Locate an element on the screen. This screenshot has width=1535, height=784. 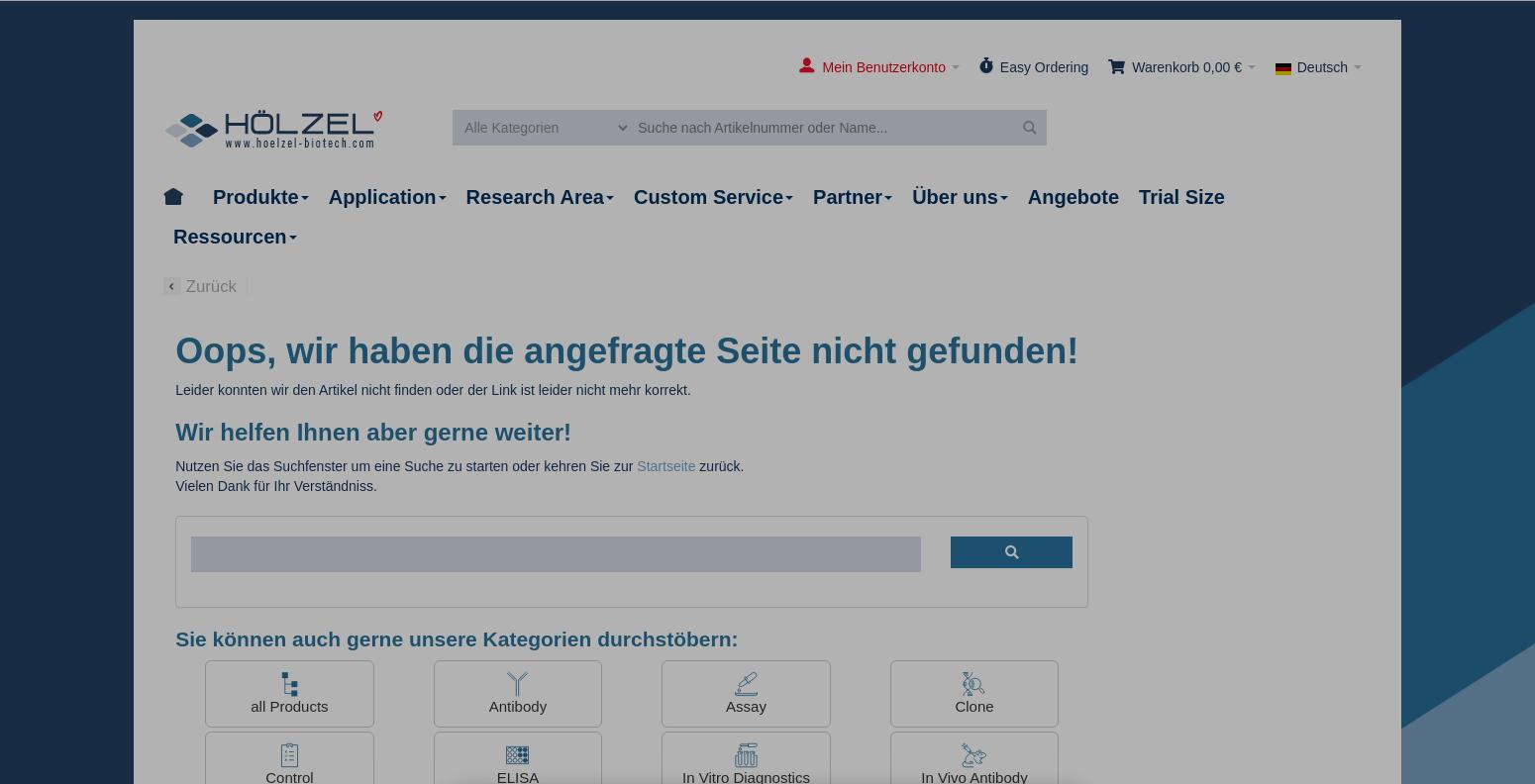
'Sie können auch gerne unsere Kategorien durchstöbern:' is located at coordinates (174, 637).